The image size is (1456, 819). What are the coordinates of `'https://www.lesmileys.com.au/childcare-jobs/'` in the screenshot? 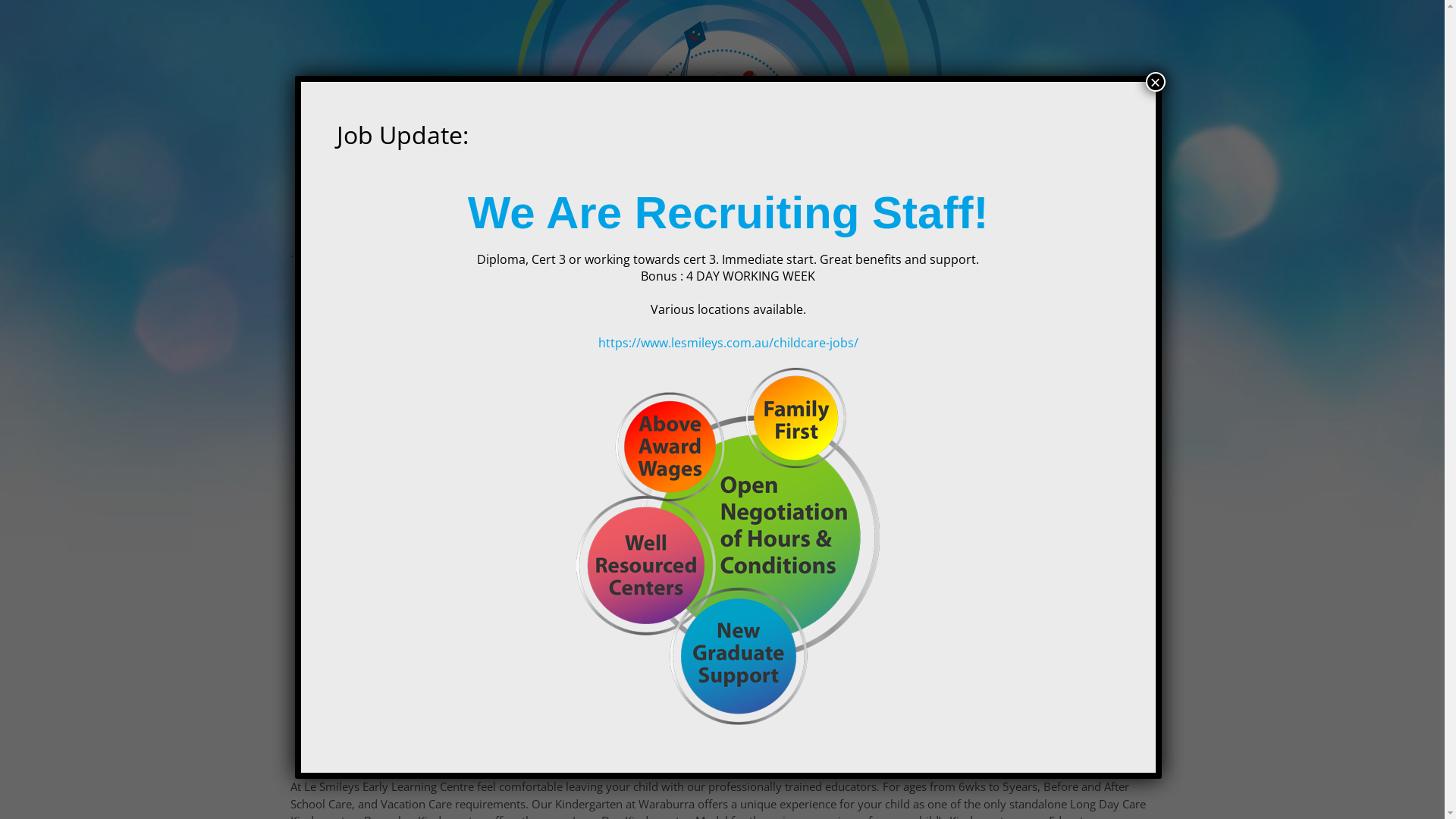 It's located at (726, 342).